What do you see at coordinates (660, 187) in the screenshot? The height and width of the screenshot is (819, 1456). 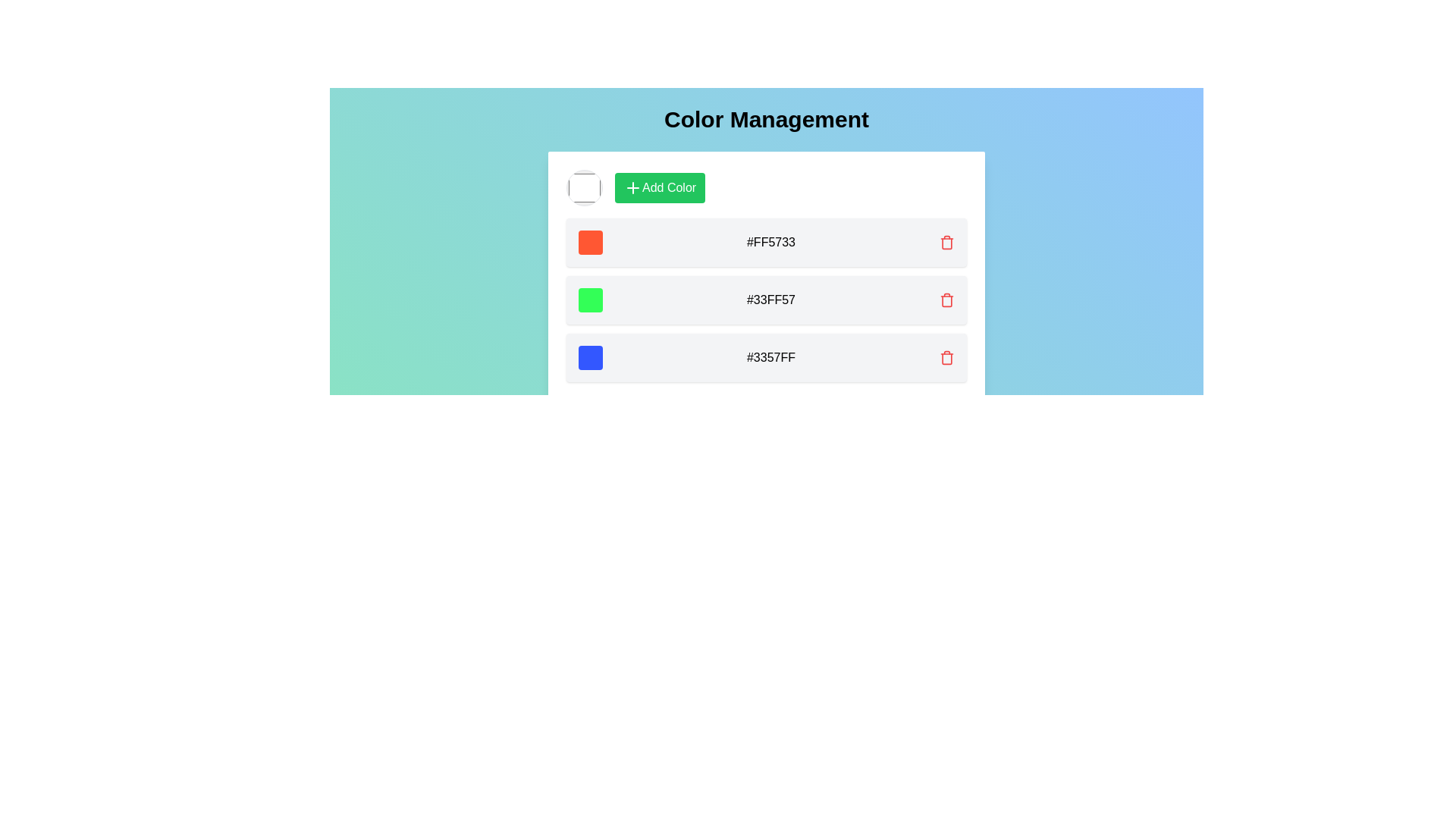 I see `the green 'Add Color' button with rounded edges, which features a white plus sign icon and is located at the top right of the color picker in the card interface` at bounding box center [660, 187].